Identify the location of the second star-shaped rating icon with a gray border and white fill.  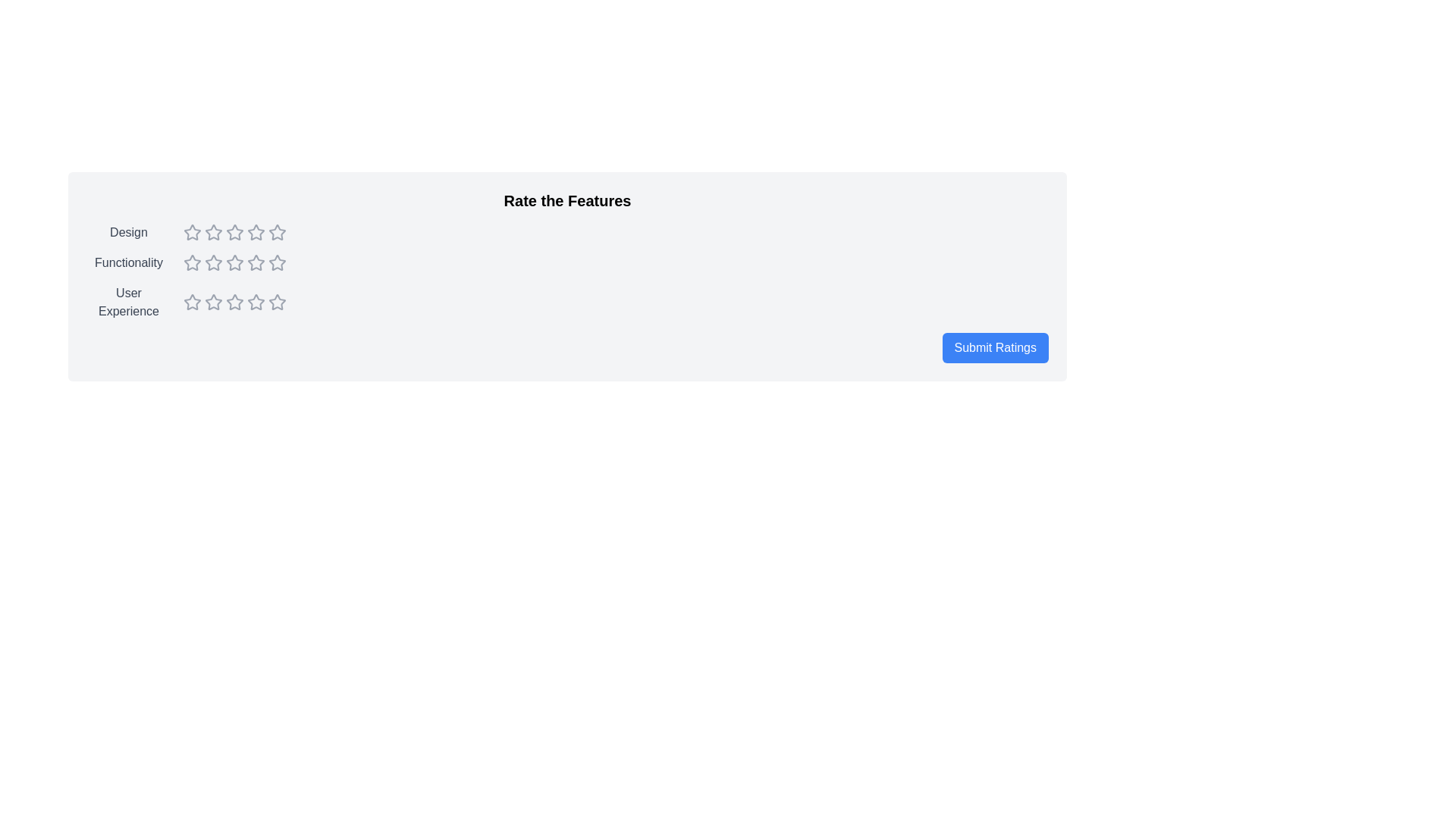
(213, 262).